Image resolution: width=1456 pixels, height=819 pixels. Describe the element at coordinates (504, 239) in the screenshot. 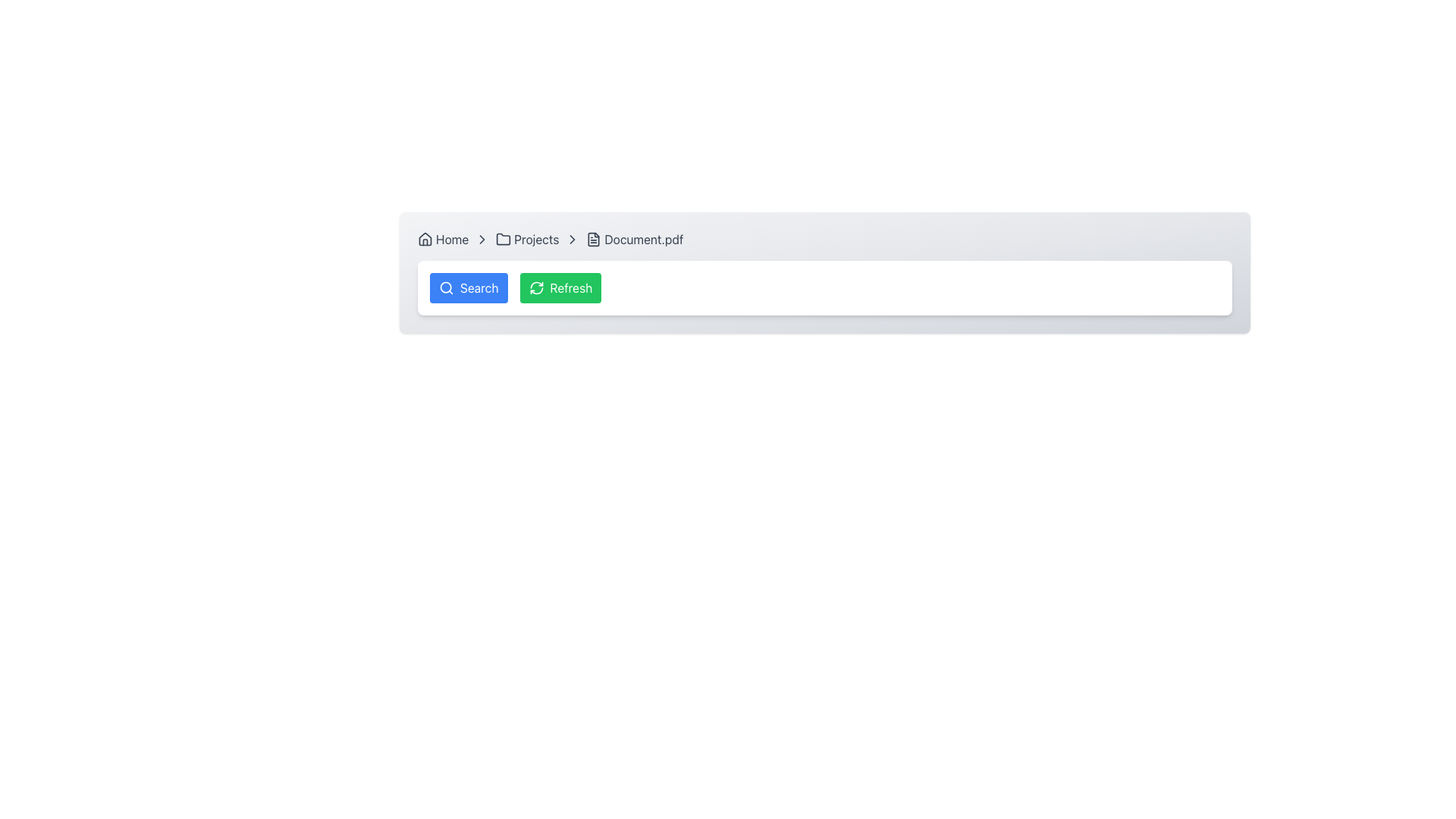

I see `the 'Projects' folder icon located in the breadcrumb navigation bar, which is the icon preceding the 'Projects' label` at that location.